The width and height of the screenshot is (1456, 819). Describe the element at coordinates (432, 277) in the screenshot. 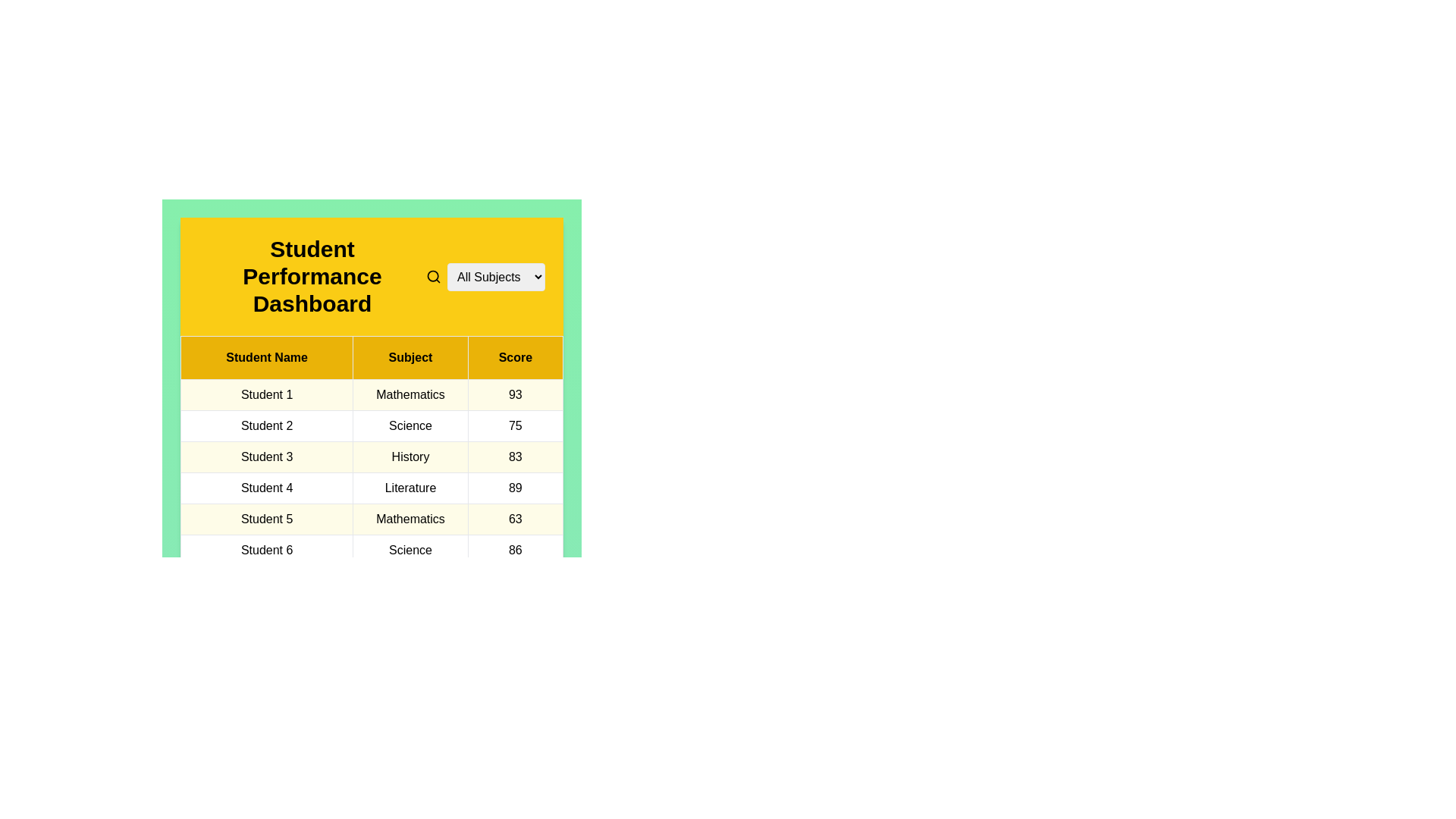

I see `the search icon to activate the search functionality` at that location.